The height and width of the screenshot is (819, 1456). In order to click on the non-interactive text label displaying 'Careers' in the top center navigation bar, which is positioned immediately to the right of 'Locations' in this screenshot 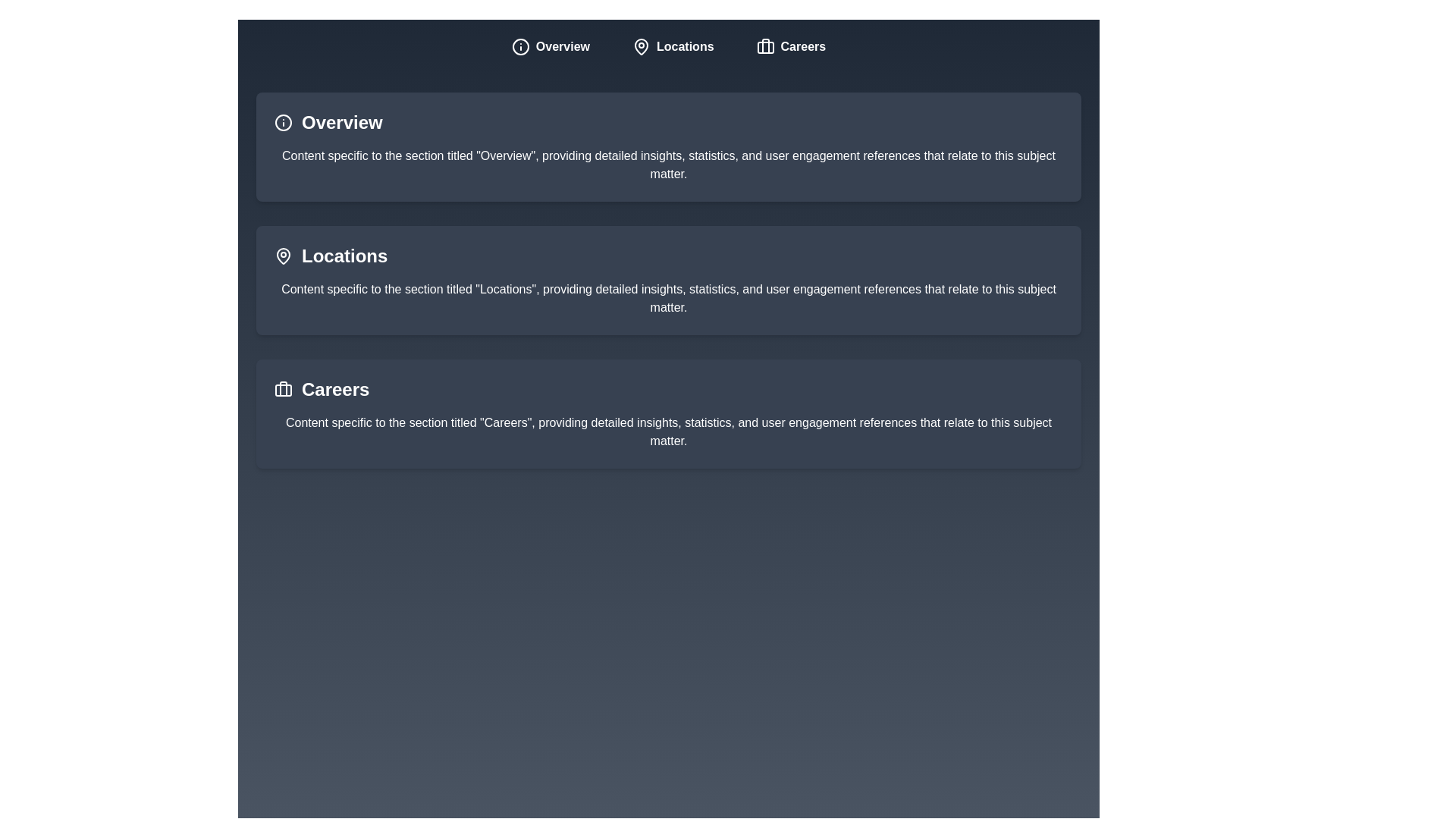, I will do `click(802, 45)`.